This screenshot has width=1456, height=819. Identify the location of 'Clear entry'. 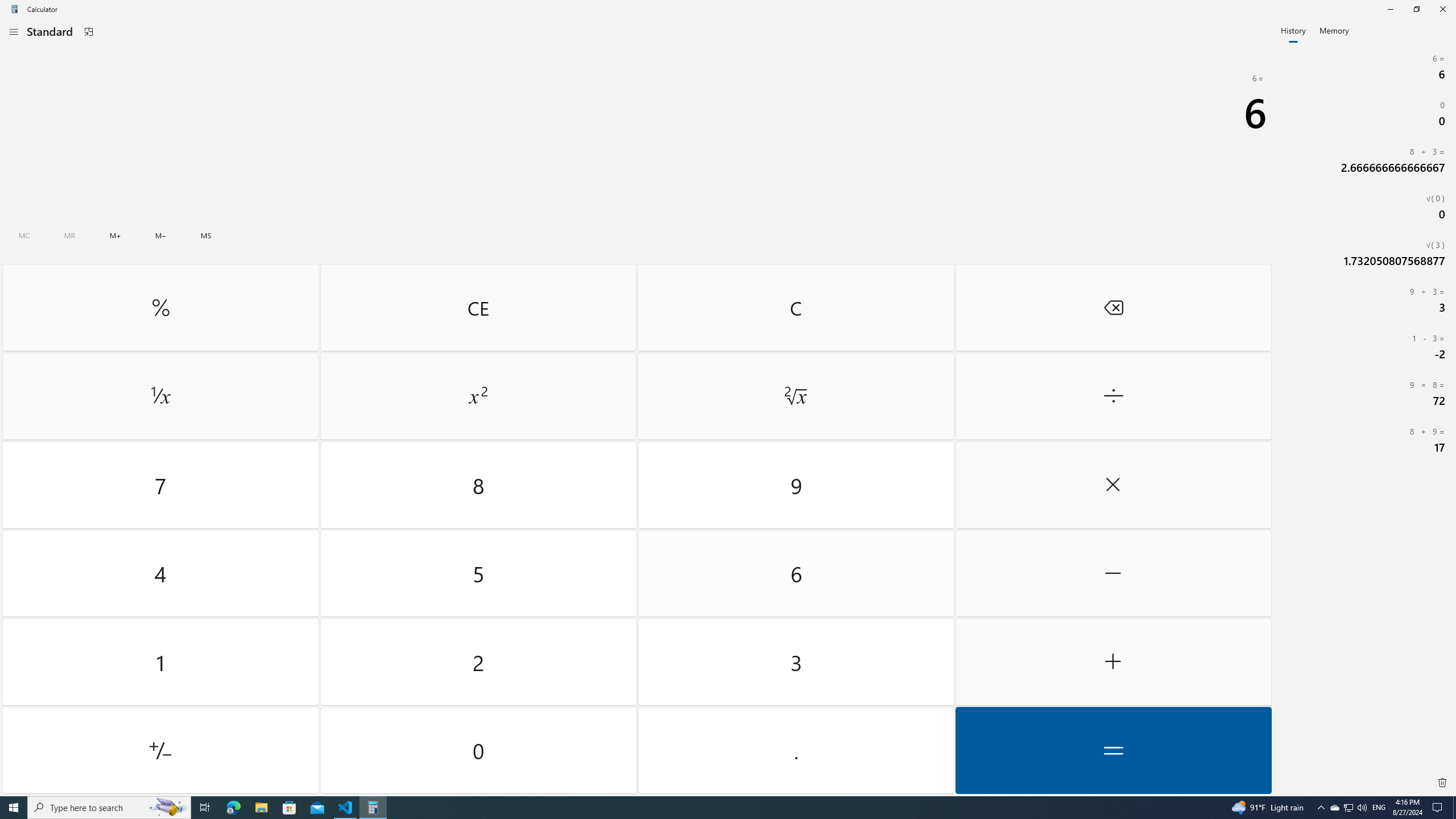
(477, 307).